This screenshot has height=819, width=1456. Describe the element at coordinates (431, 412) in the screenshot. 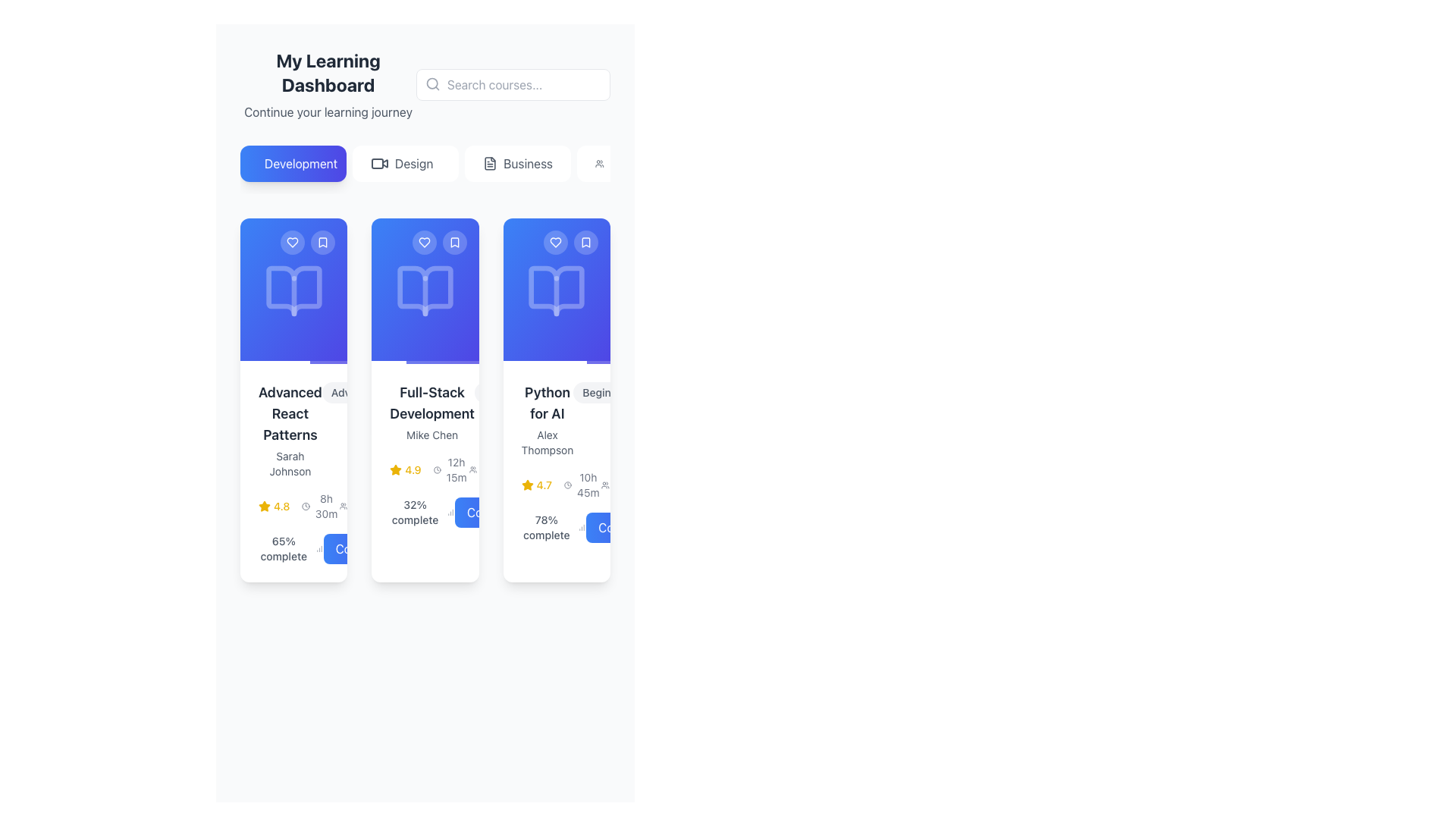

I see `text content of the Text block that displays the title and author of a course, located in the middle card of the 'Development' section on the 'My Learning Dashboard'` at that location.